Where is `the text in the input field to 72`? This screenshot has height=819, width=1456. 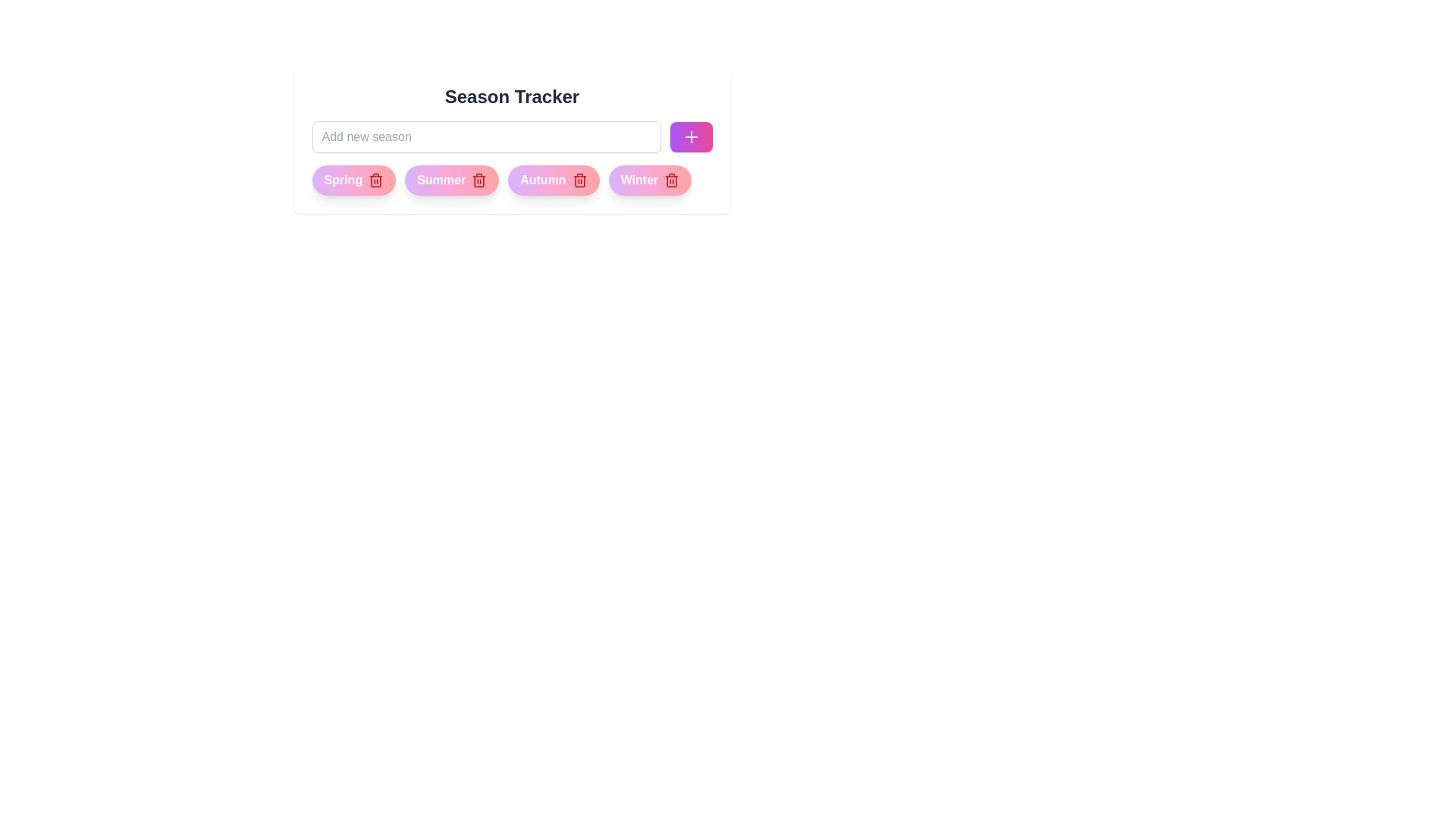
the text in the input field to 72 is located at coordinates (486, 137).